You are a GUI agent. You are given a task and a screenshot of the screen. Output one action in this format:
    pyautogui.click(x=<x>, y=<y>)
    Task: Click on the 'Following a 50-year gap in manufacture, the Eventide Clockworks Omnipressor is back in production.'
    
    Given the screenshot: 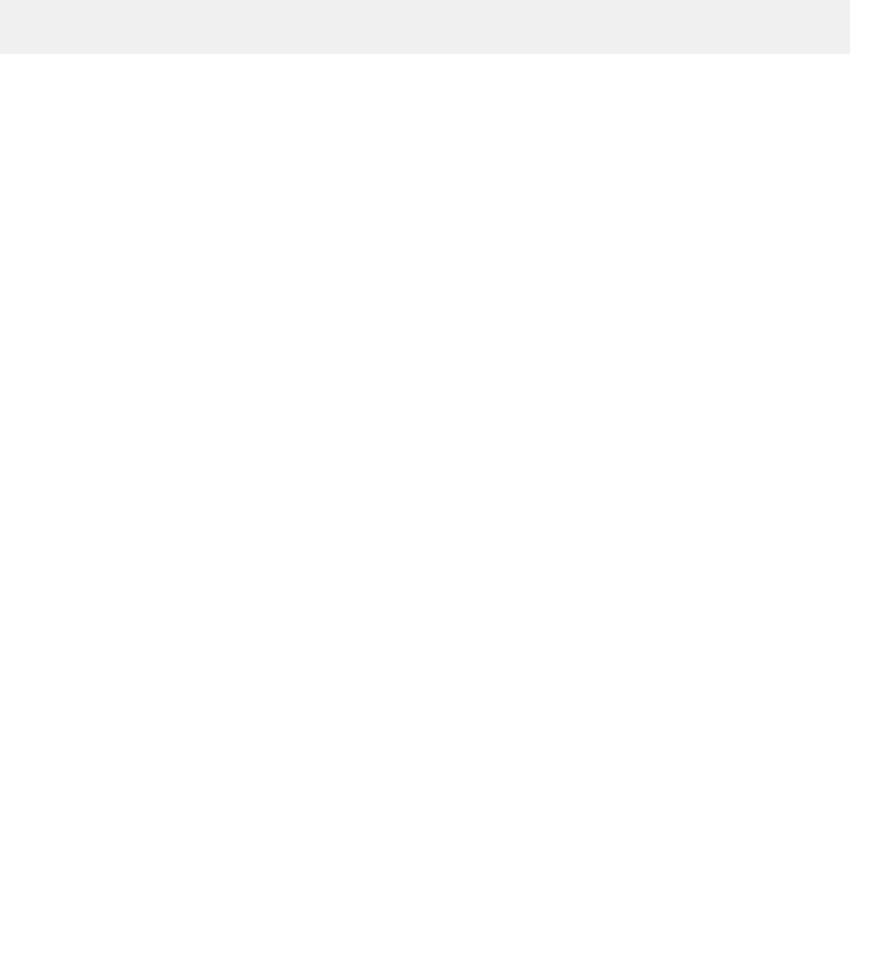 What is the action you would take?
    pyautogui.click(x=356, y=666)
    